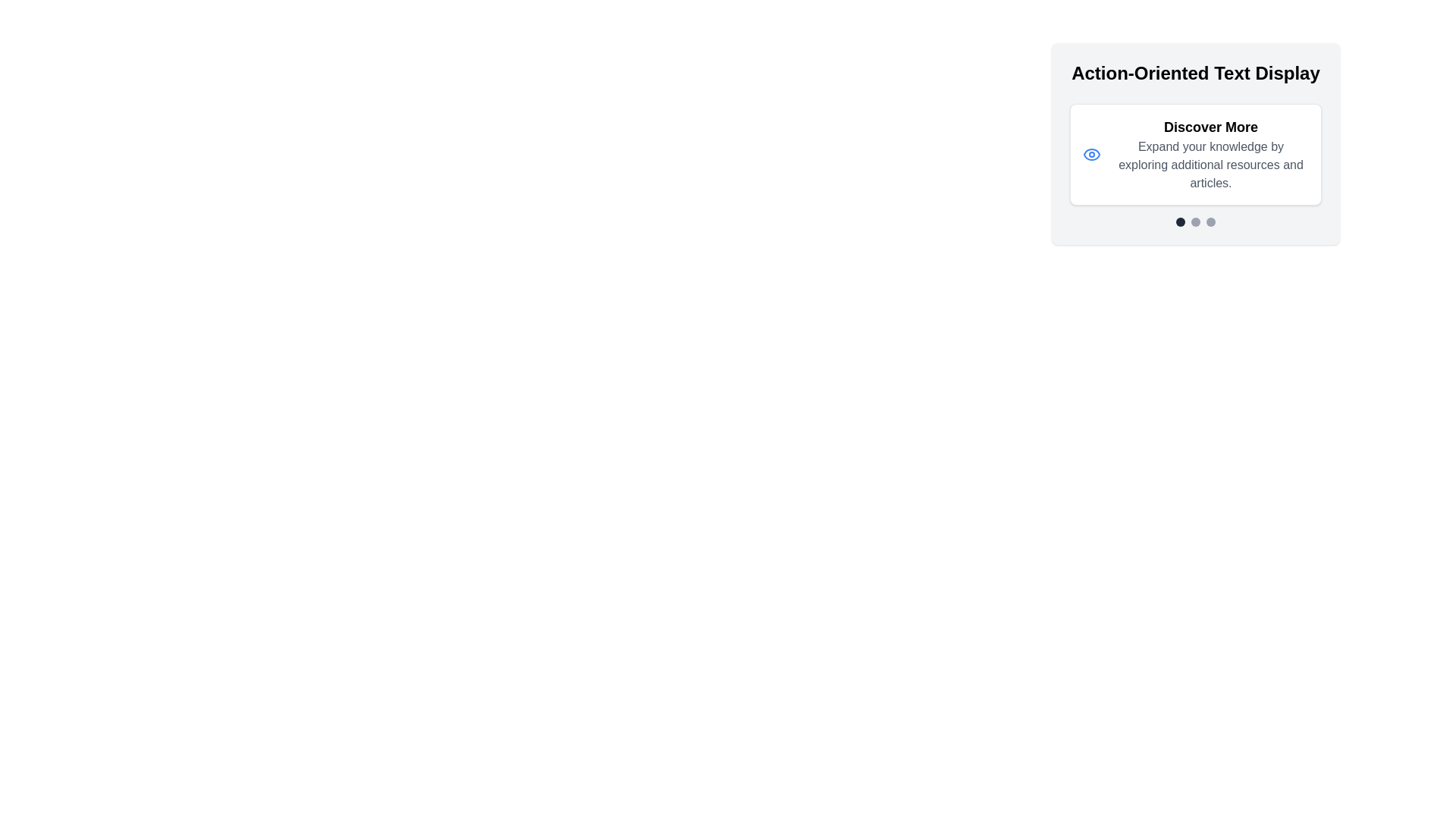  Describe the element at coordinates (1210, 165) in the screenshot. I see `the descriptive text element providing additional information for the 'Discover More' heading, located directly below it, for accessibility purposes` at that location.